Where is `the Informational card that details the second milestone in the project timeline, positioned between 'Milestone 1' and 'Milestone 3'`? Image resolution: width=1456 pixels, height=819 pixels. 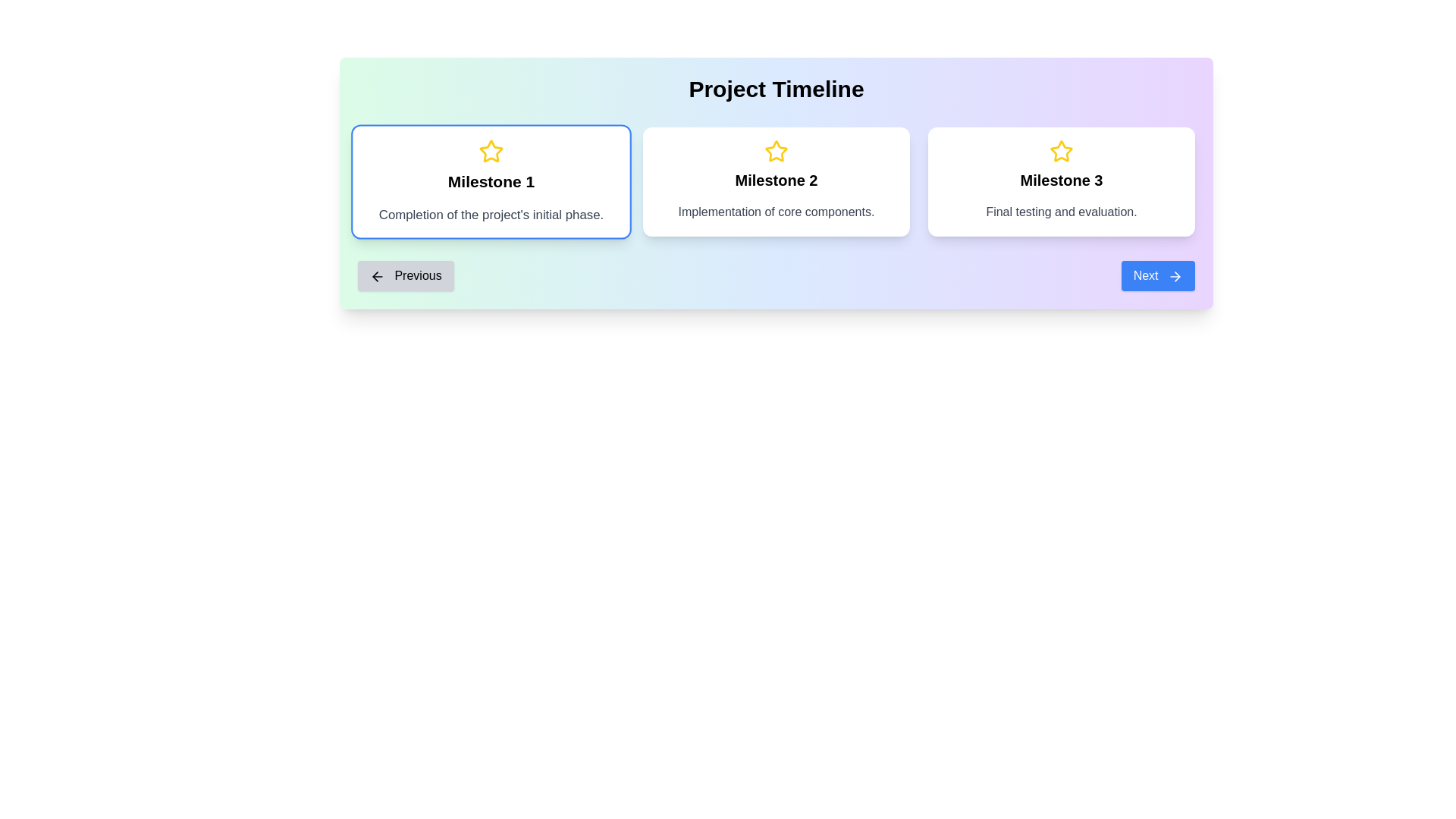
the Informational card that details the second milestone in the project timeline, positioned between 'Milestone 1' and 'Milestone 3' is located at coordinates (776, 180).